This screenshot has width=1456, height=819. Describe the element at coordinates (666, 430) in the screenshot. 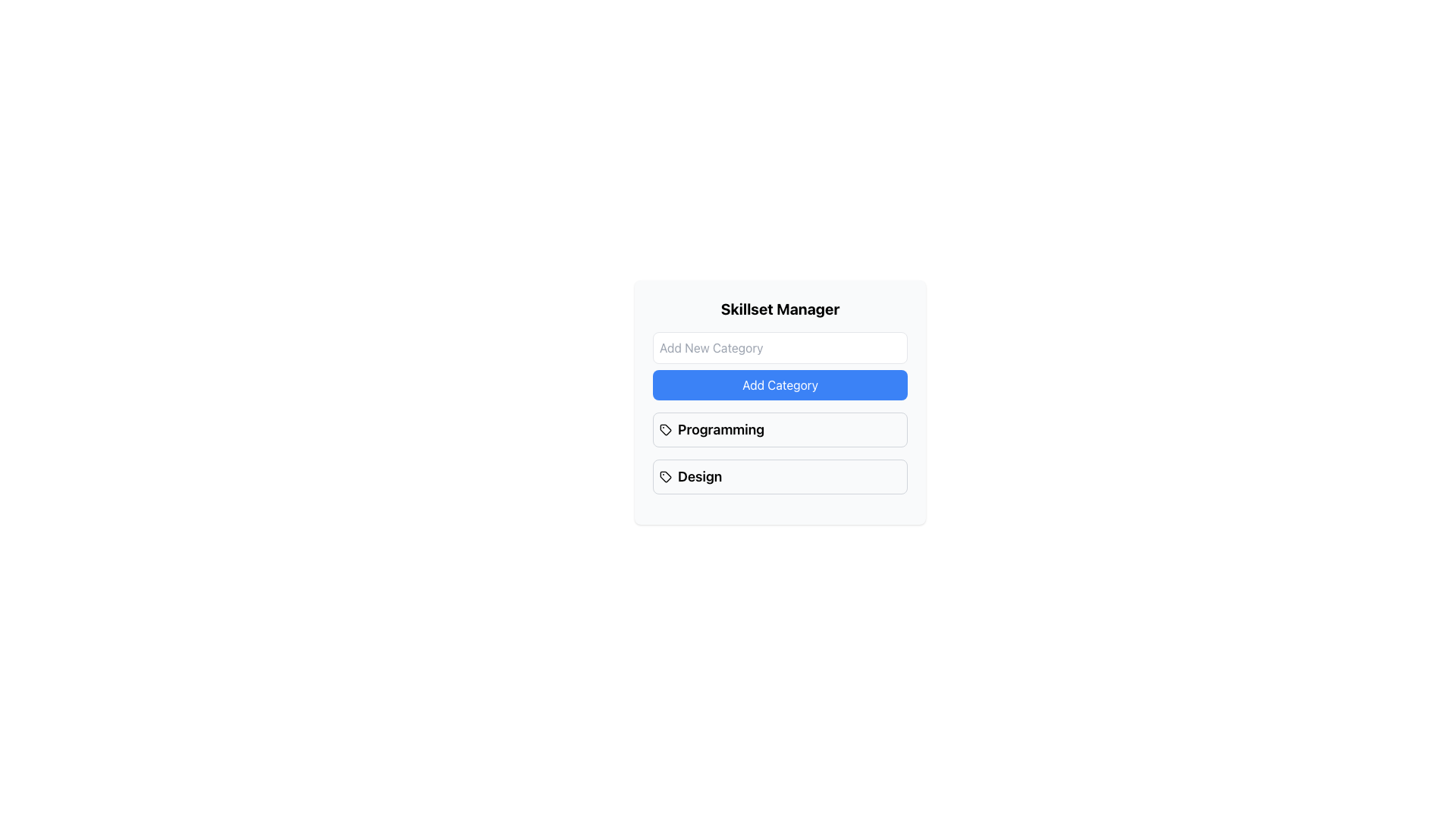

I see `the icon which is a tag shape with a small circle inside, located to the left of the text 'Programming' in the 'Skillset Manager' card` at that location.